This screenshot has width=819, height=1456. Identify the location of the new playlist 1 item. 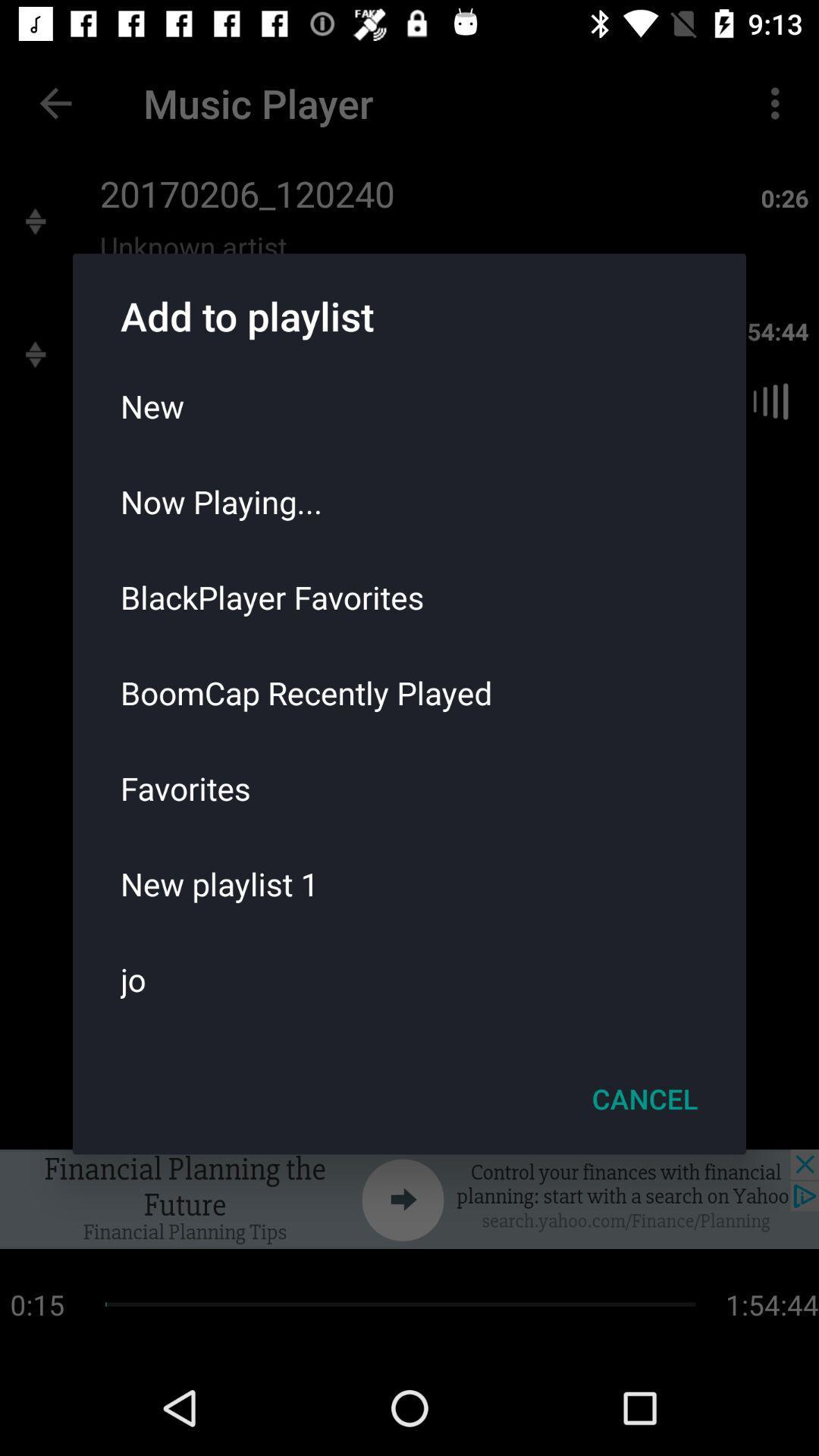
(409, 883).